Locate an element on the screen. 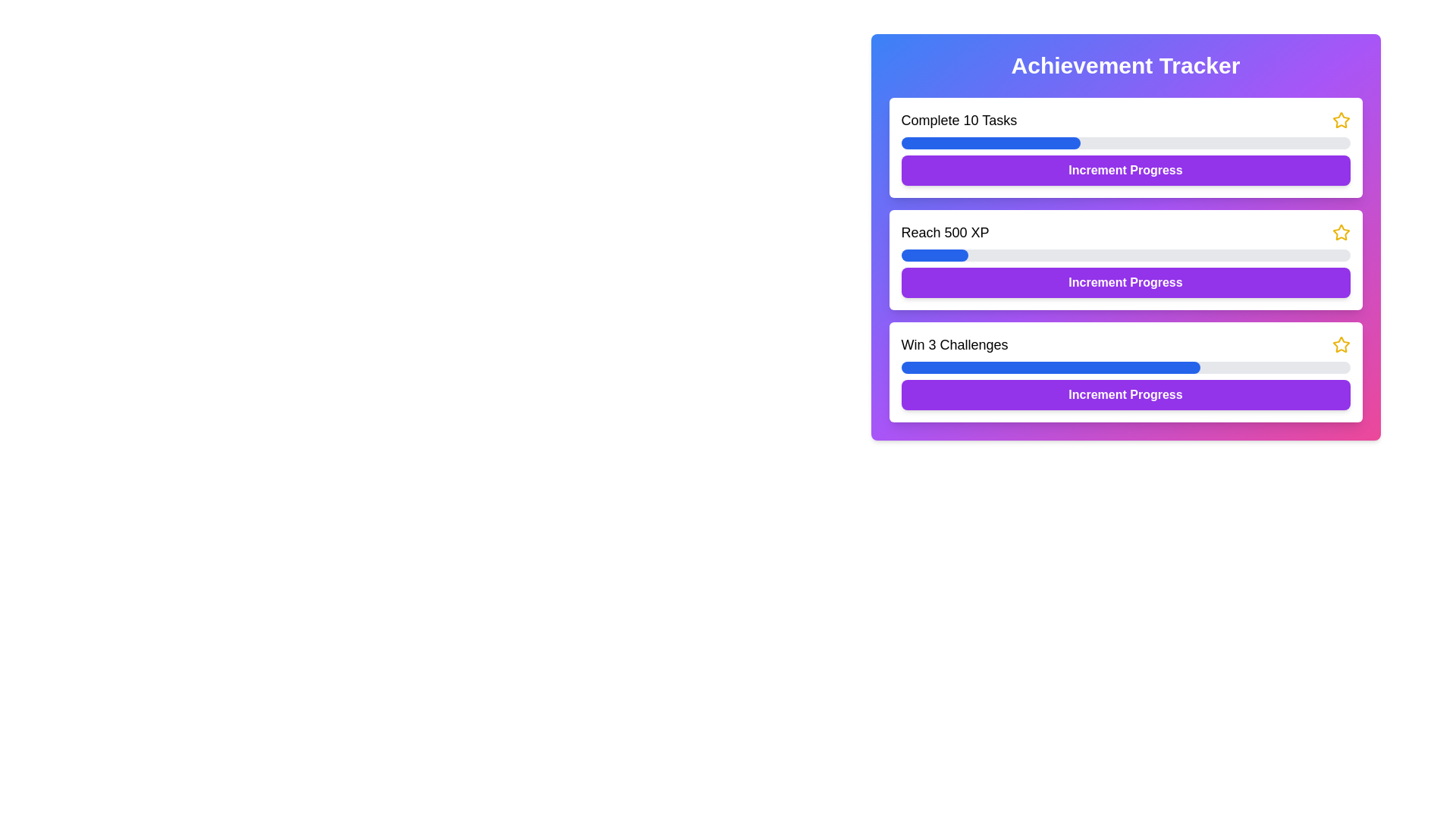  the Progress Bar located inside the 'Win 3 Challenges' card, which is the third card in a vertical list is located at coordinates (1125, 368).